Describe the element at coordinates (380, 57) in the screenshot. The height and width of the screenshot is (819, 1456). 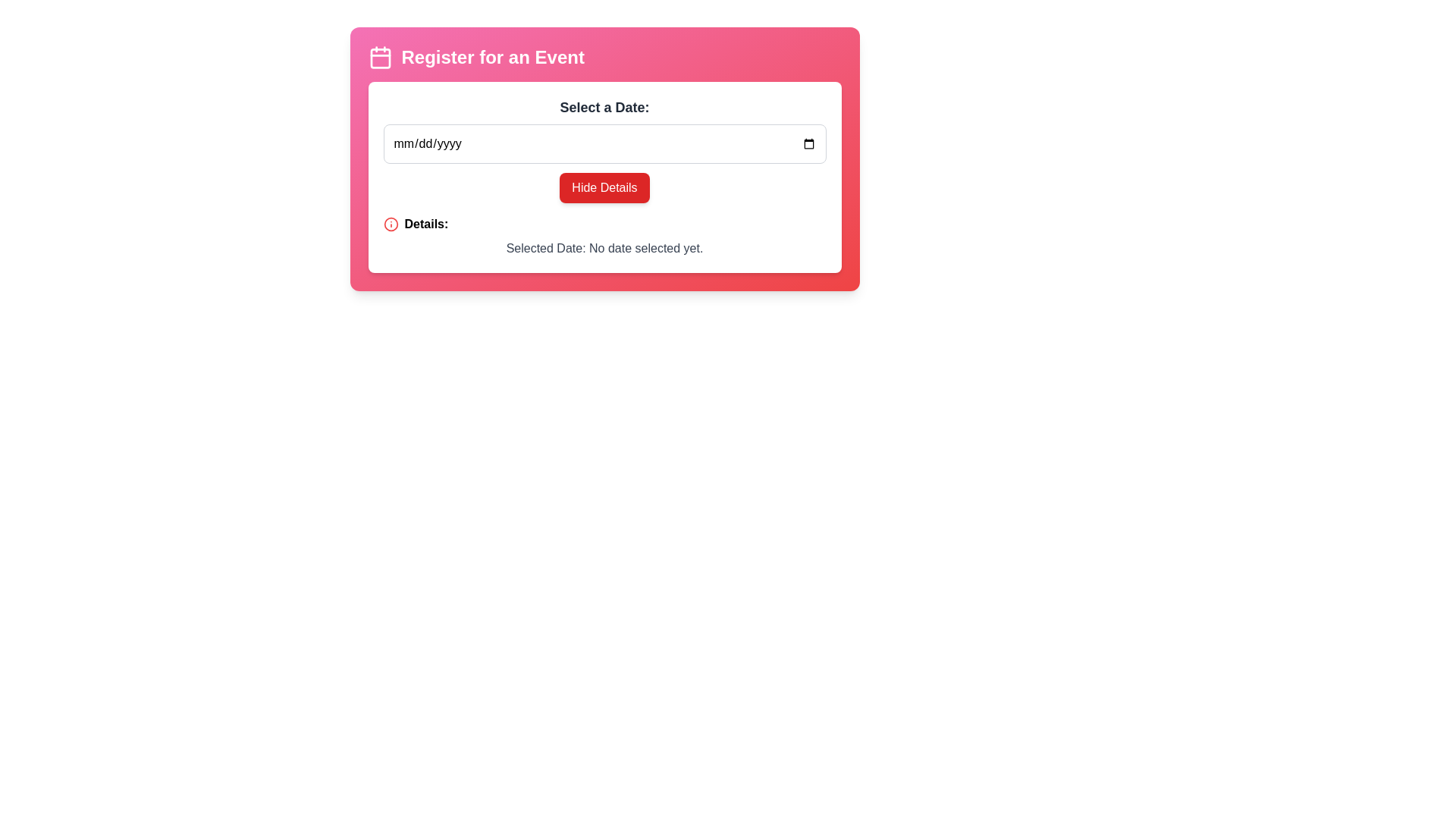
I see `the calendar icon located to the left of the 'Register for an Event' header text at the top of the card layout` at that location.